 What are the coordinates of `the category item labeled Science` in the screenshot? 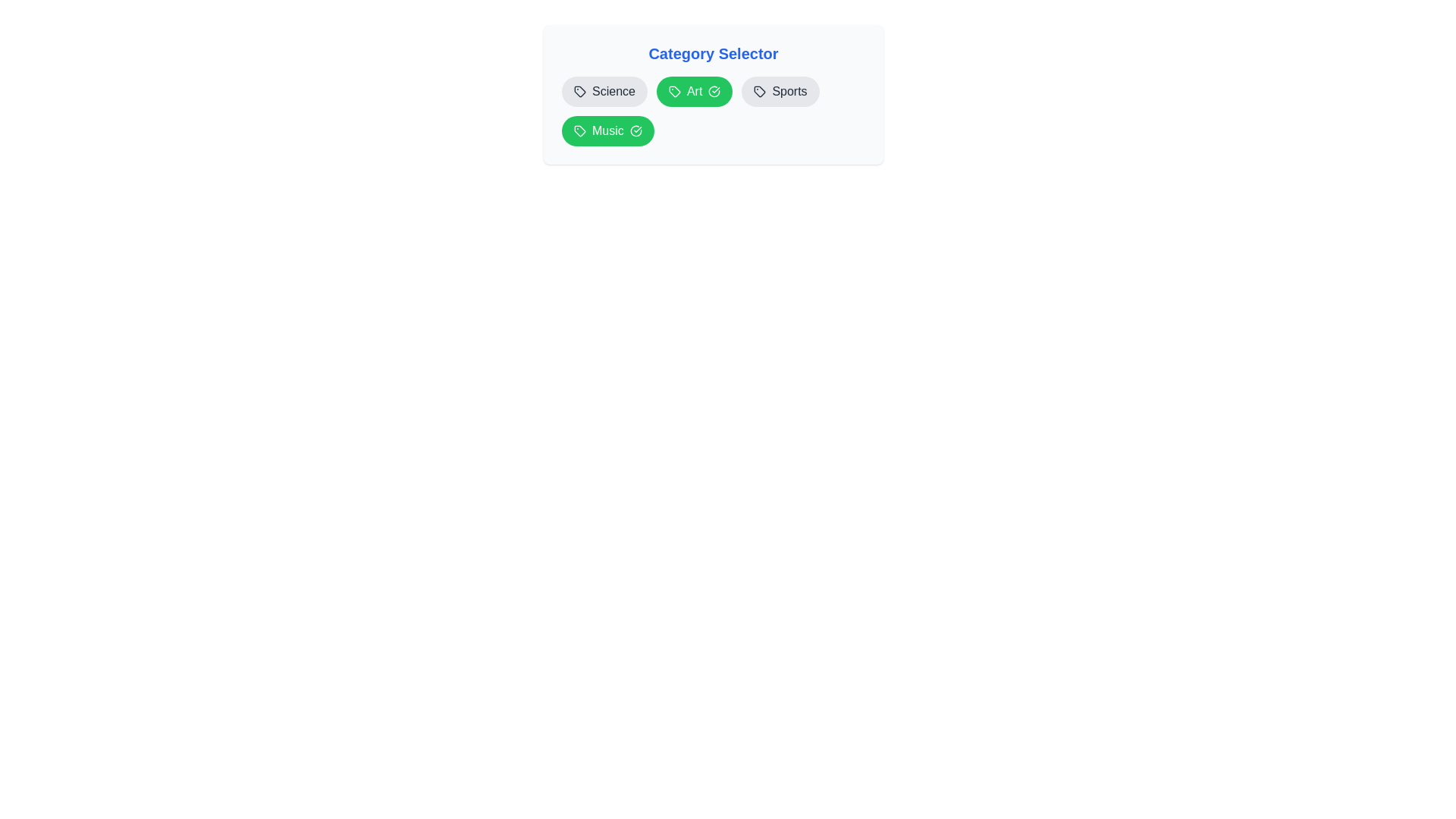 It's located at (603, 91).